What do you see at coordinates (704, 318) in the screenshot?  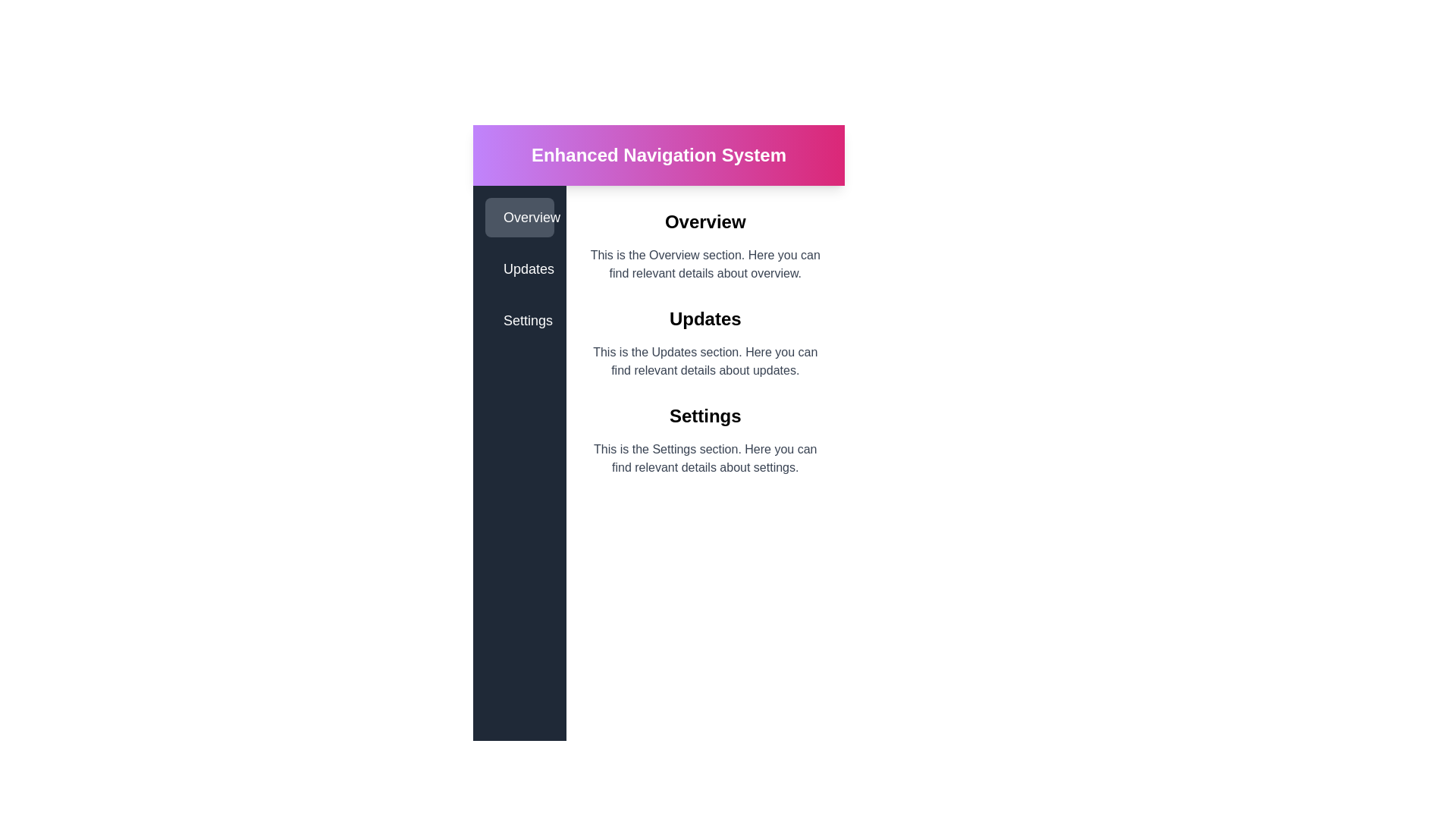 I see `the 'Updates' section header` at bounding box center [704, 318].